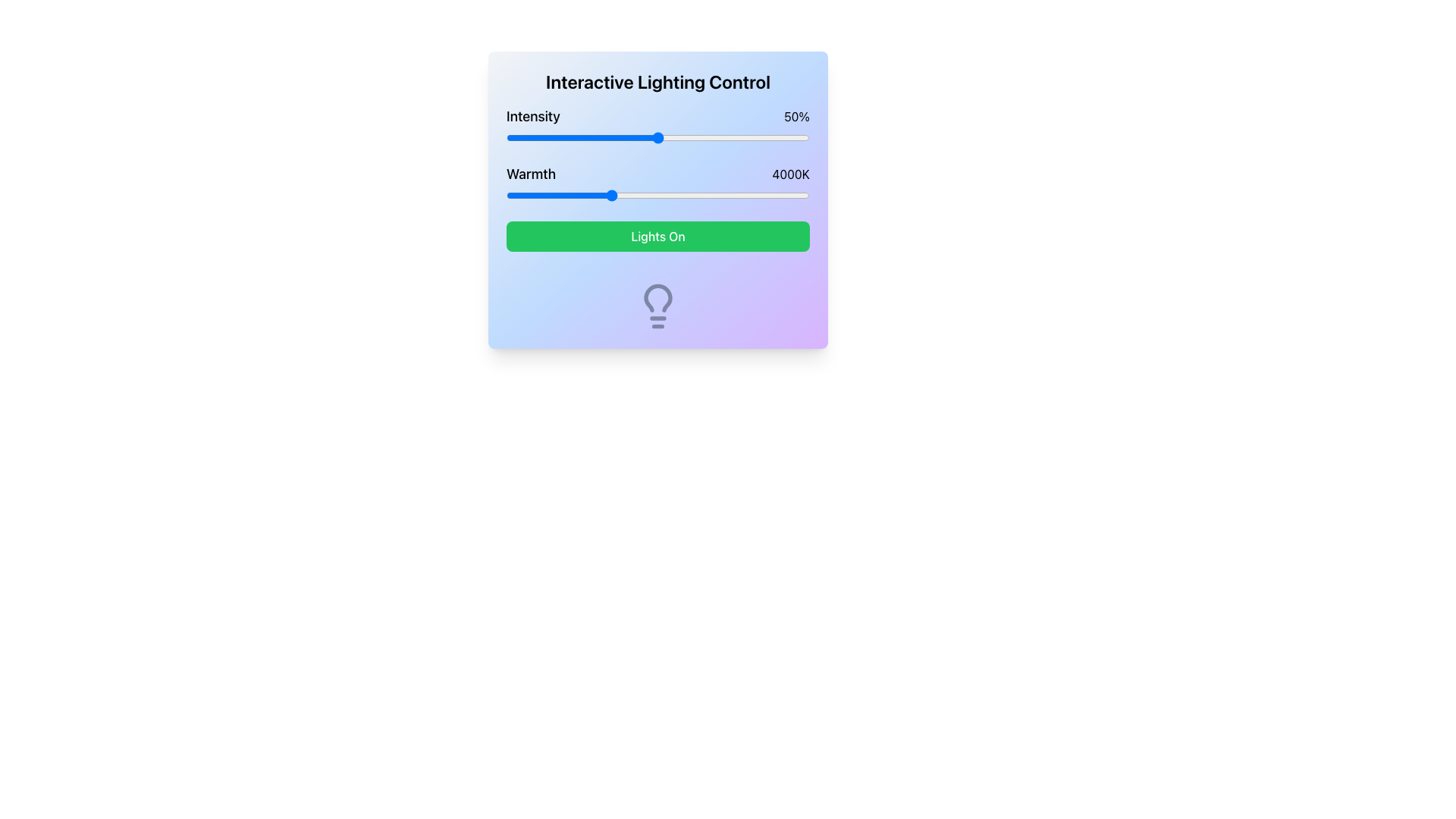 This screenshot has height=819, width=1456. I want to click on warmth, so click(720, 195).